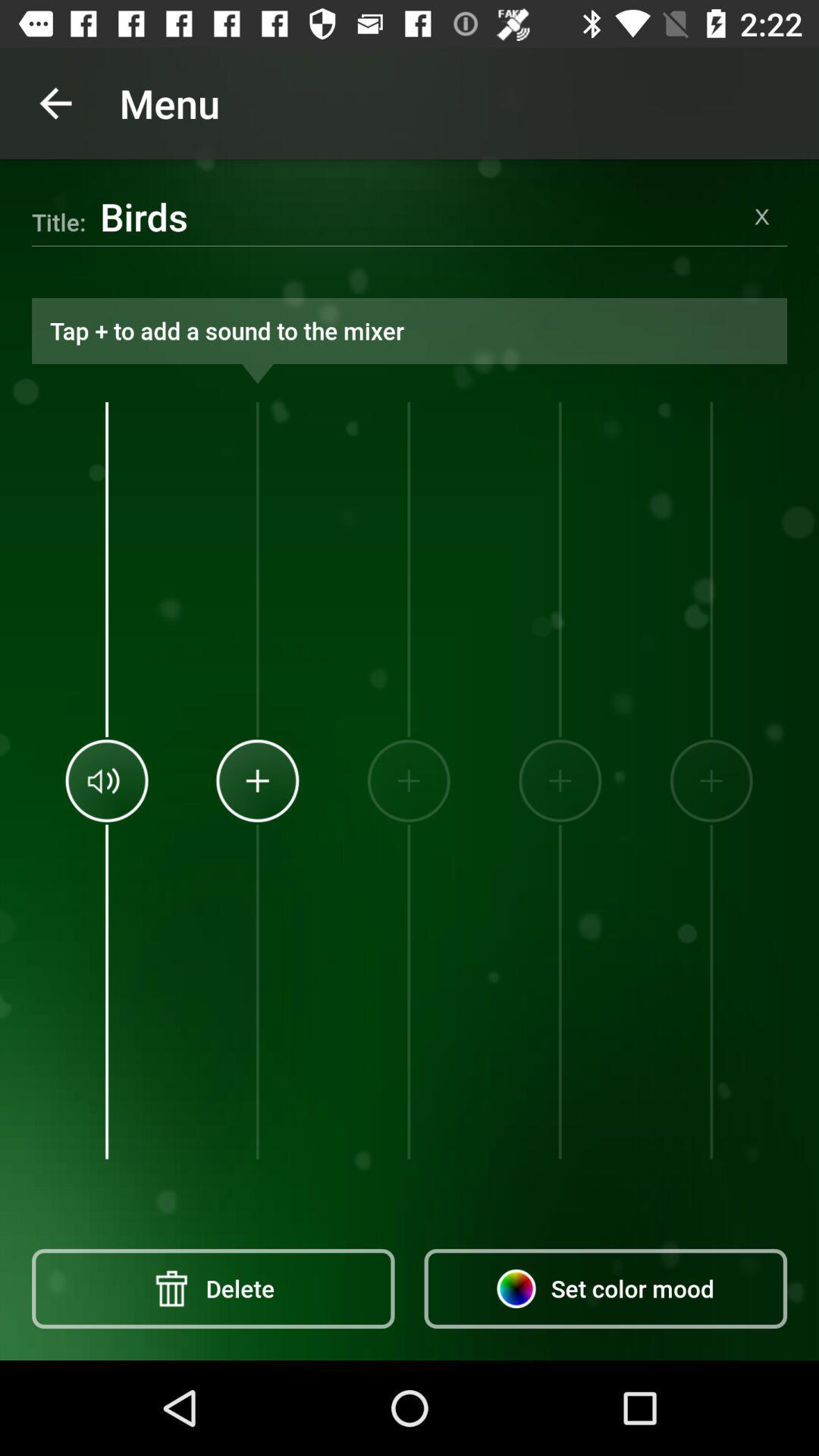 The image size is (819, 1456). What do you see at coordinates (418, 215) in the screenshot?
I see `birds item` at bounding box center [418, 215].